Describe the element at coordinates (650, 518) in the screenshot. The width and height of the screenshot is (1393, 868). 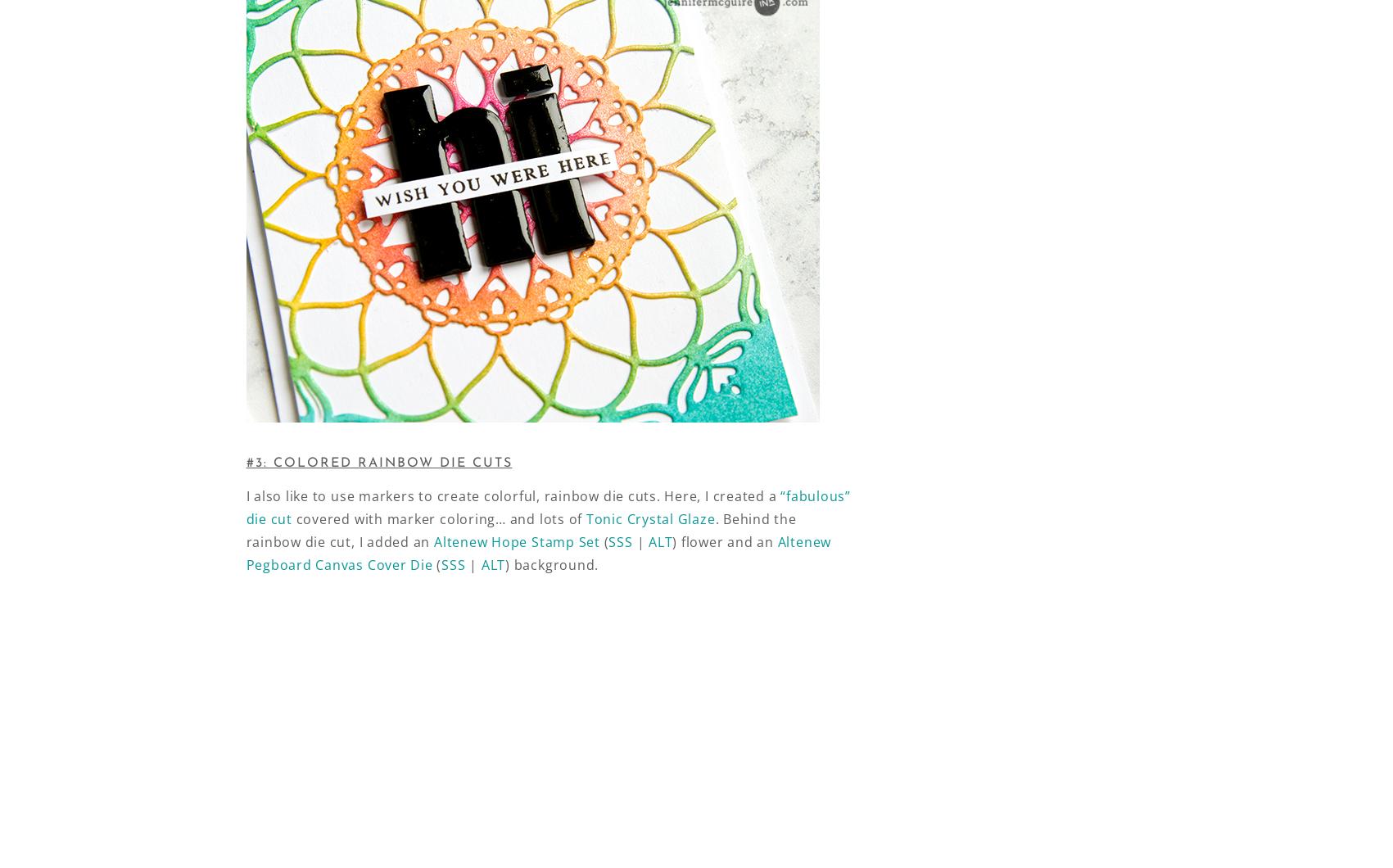
I see `'Tonic Crystal Glaze'` at that location.